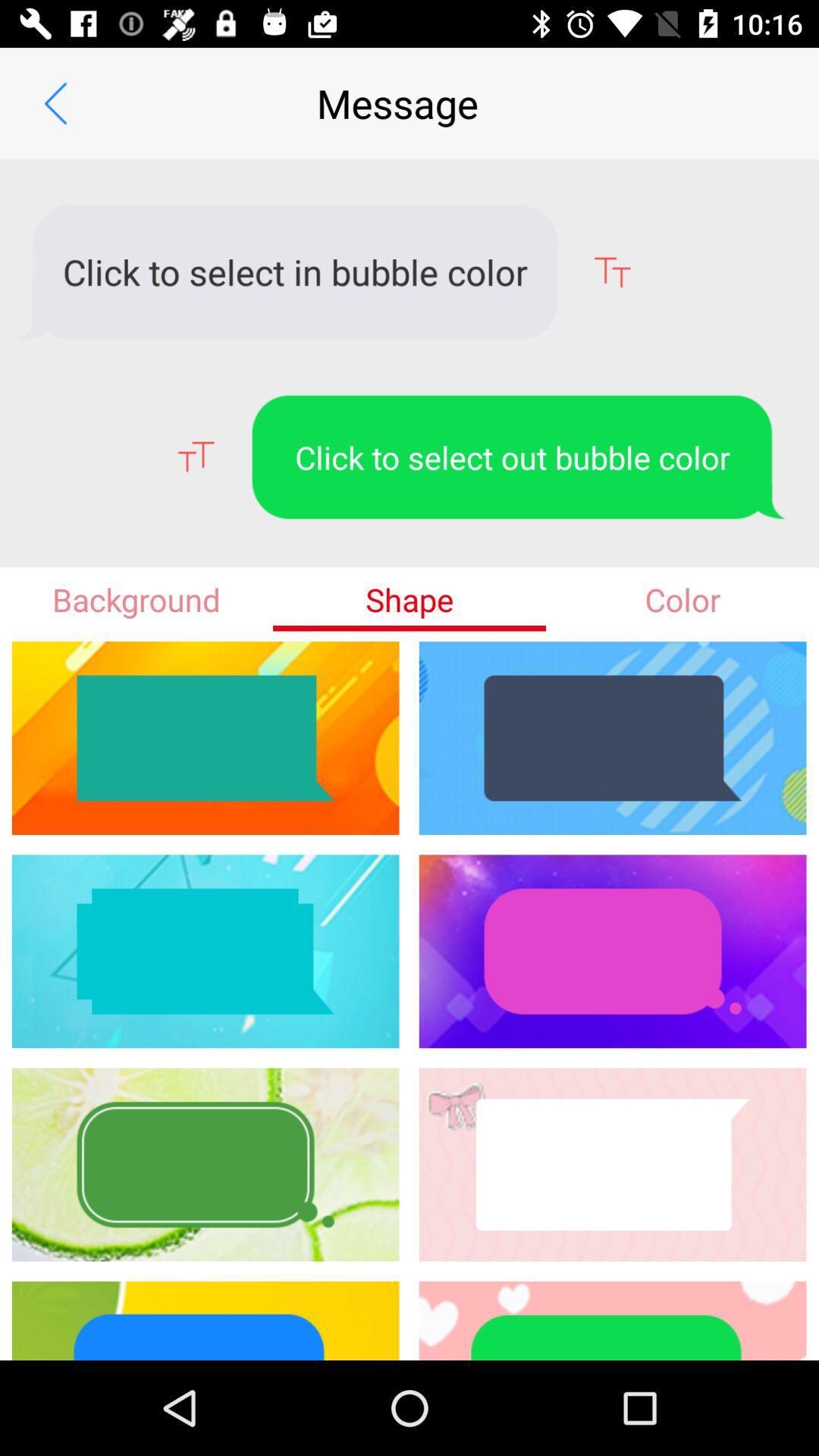 This screenshot has width=819, height=1456. I want to click on icon above the click to select item, so click(55, 102).